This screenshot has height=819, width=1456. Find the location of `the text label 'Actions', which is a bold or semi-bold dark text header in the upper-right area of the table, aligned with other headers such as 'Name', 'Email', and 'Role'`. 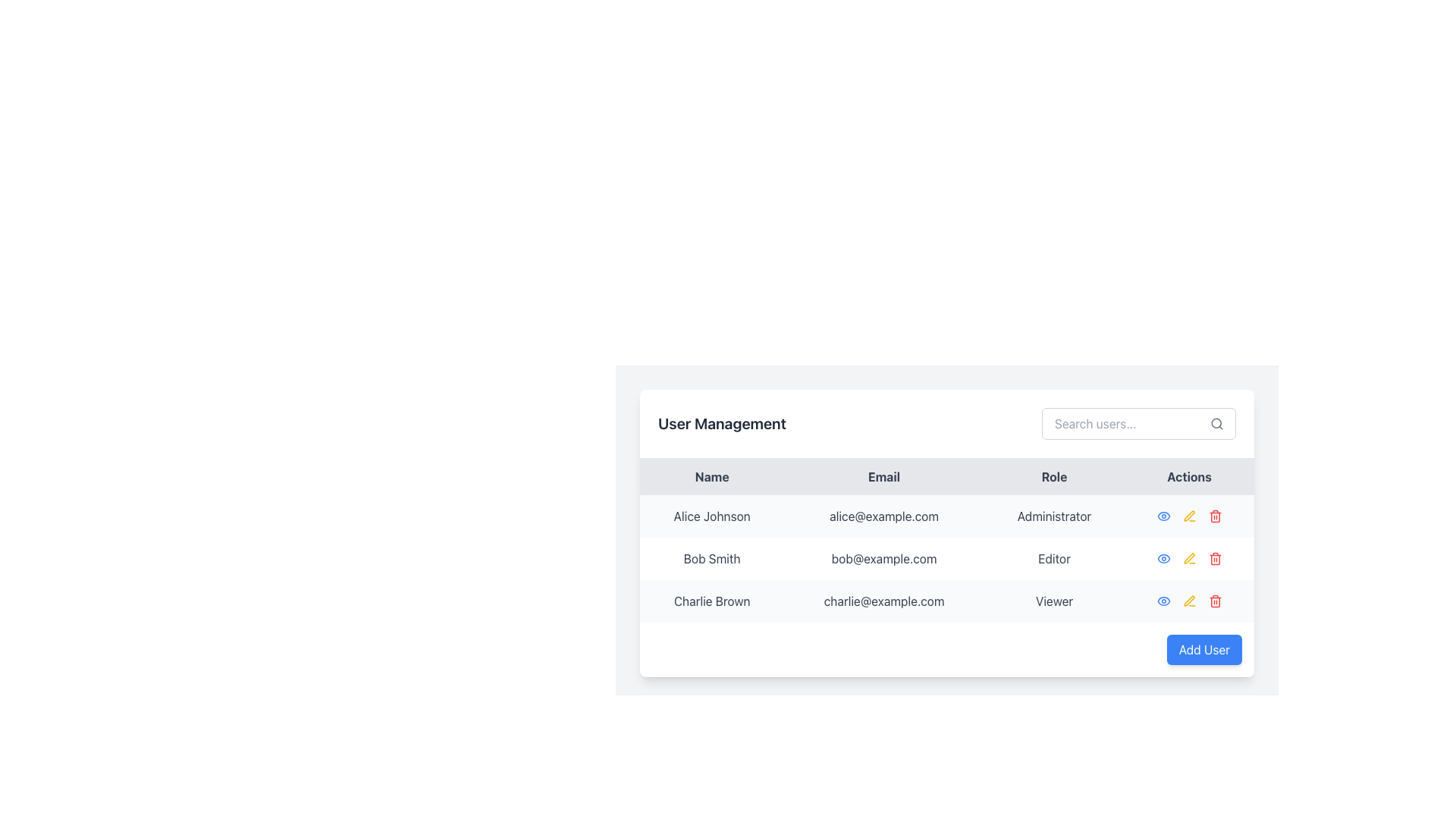

the text label 'Actions', which is a bold or semi-bold dark text header in the upper-right area of the table, aligned with other headers such as 'Name', 'Email', and 'Role' is located at coordinates (1188, 475).